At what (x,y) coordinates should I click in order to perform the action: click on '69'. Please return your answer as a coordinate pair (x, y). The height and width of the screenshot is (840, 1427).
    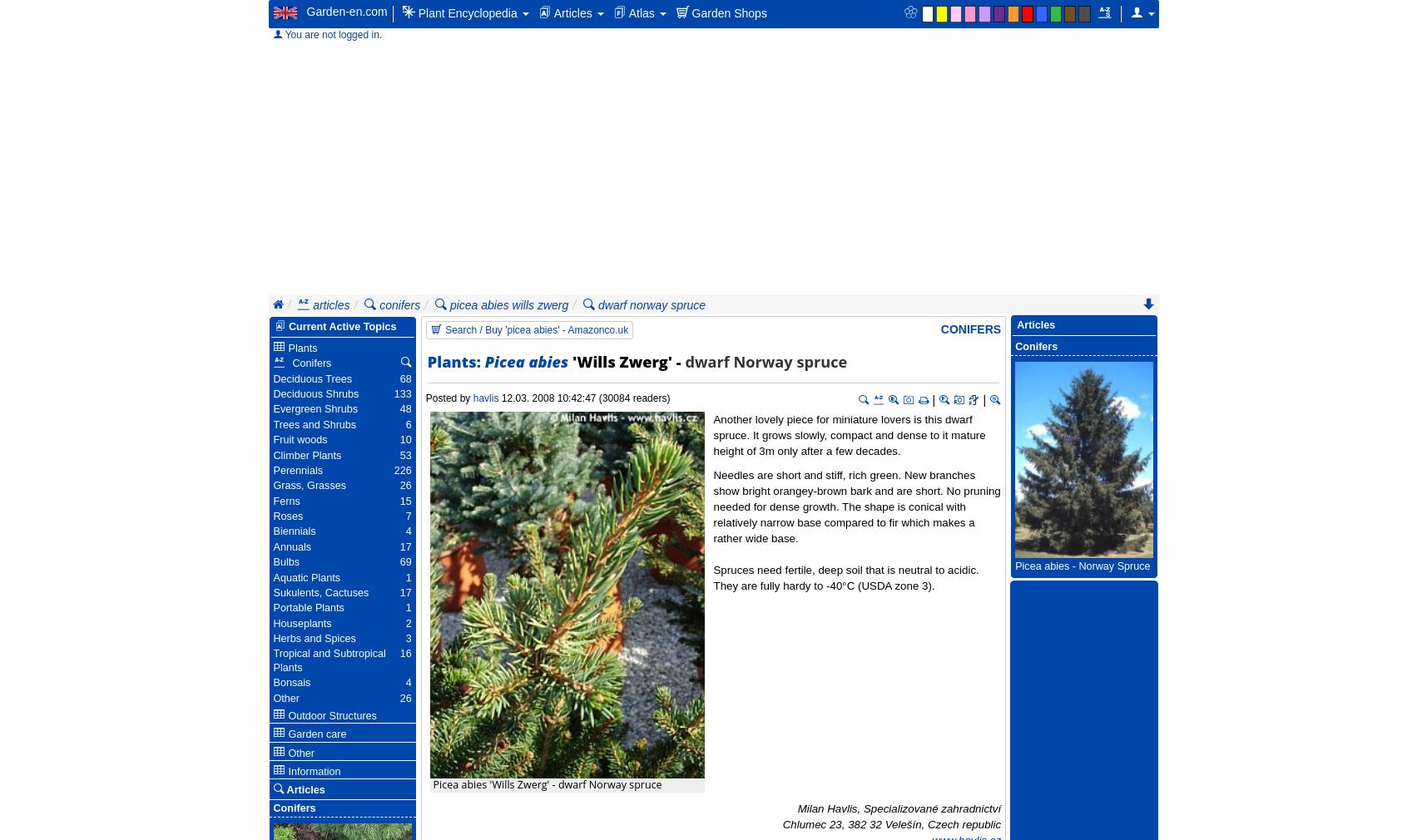
    Looking at the image, I should click on (405, 561).